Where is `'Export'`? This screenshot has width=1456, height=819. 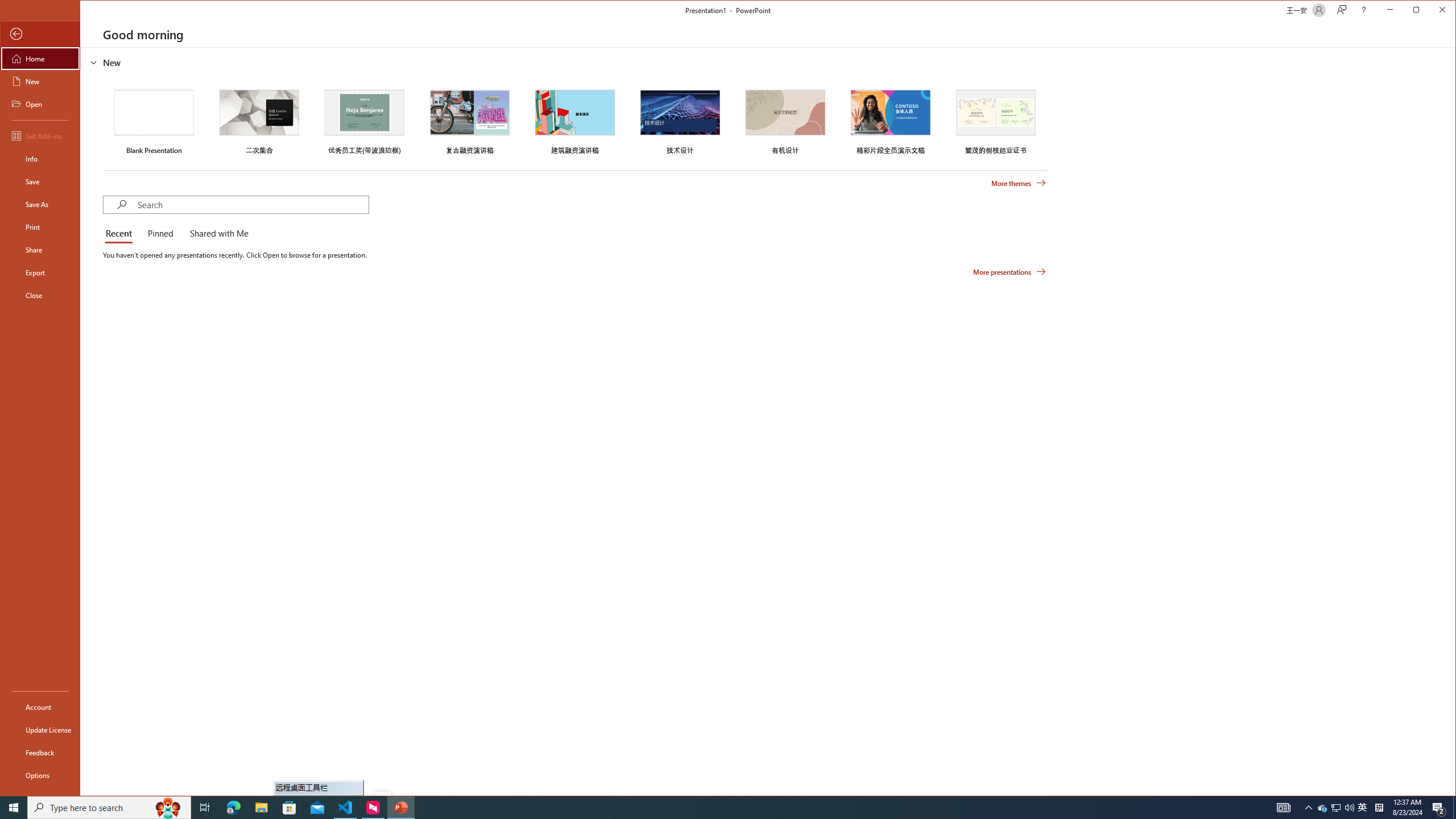
'Export' is located at coordinates (39, 272).